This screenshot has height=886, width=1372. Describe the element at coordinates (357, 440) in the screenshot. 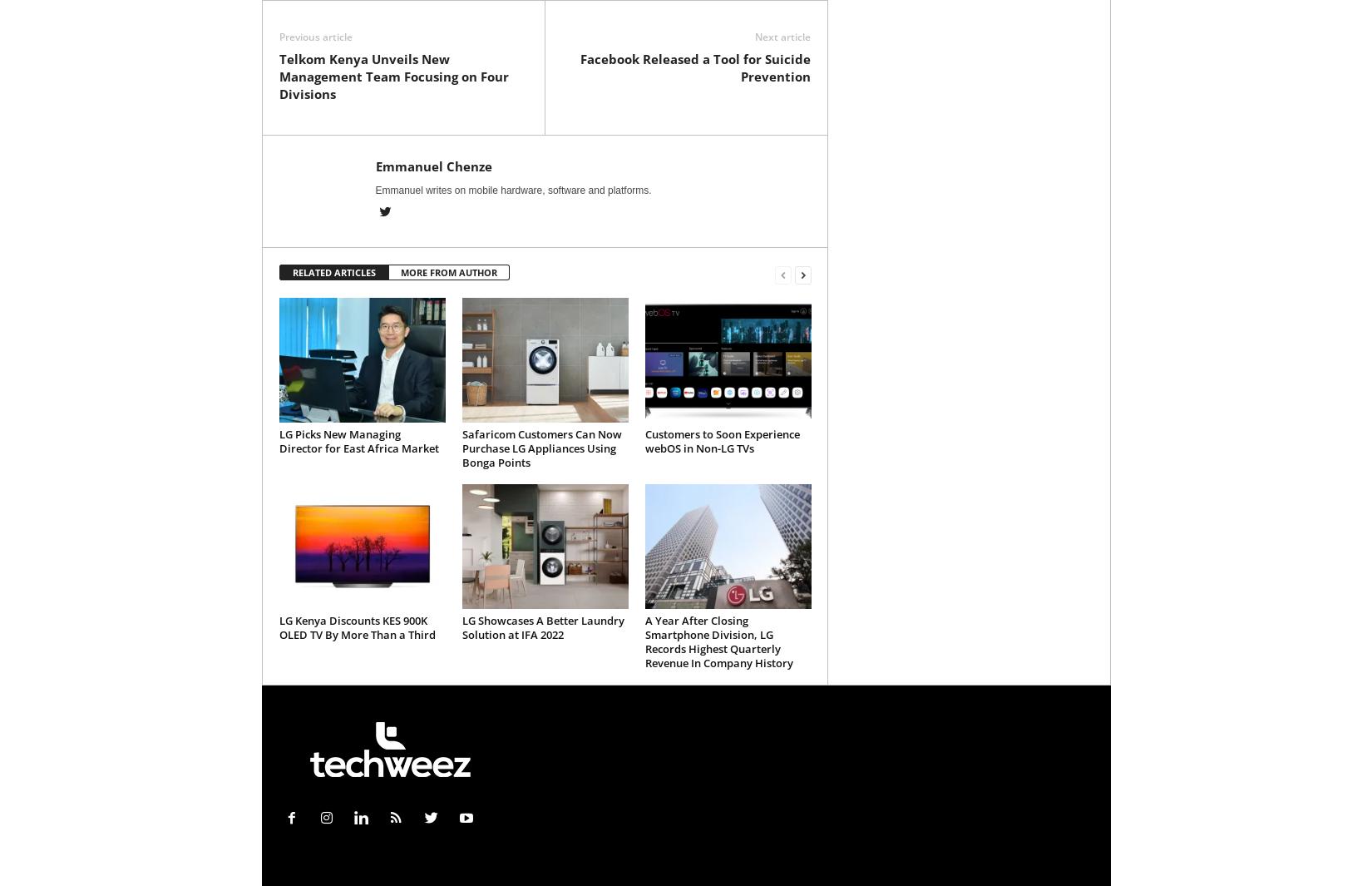

I see `'LG Picks New Managing Director for East Africa Market'` at that location.